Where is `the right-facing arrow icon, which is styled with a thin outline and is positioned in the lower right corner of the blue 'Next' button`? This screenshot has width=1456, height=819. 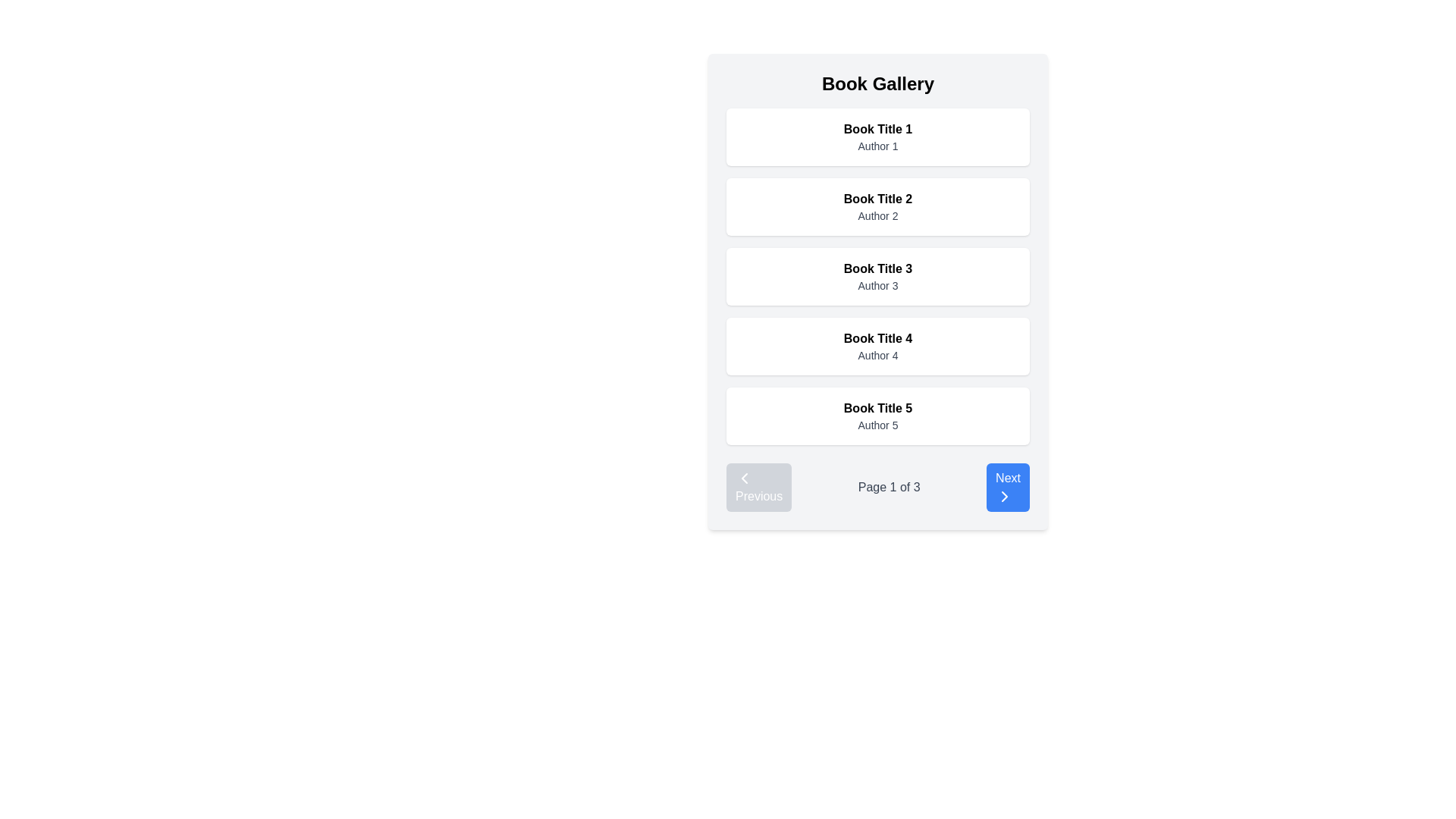
the right-facing arrow icon, which is styled with a thin outline and is positioned in the lower right corner of the blue 'Next' button is located at coordinates (1004, 497).